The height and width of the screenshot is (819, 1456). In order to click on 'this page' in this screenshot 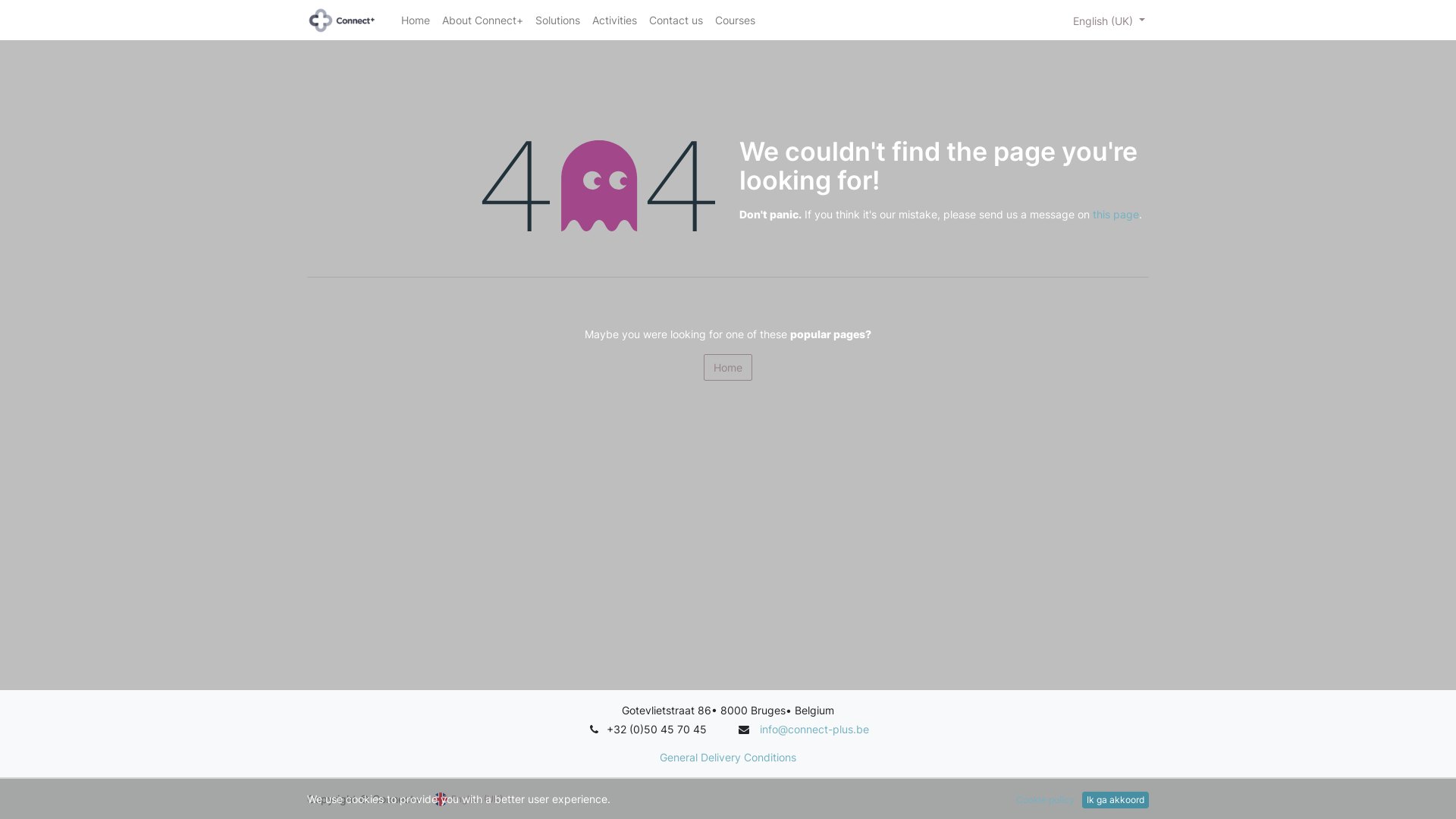, I will do `click(1092, 214)`.